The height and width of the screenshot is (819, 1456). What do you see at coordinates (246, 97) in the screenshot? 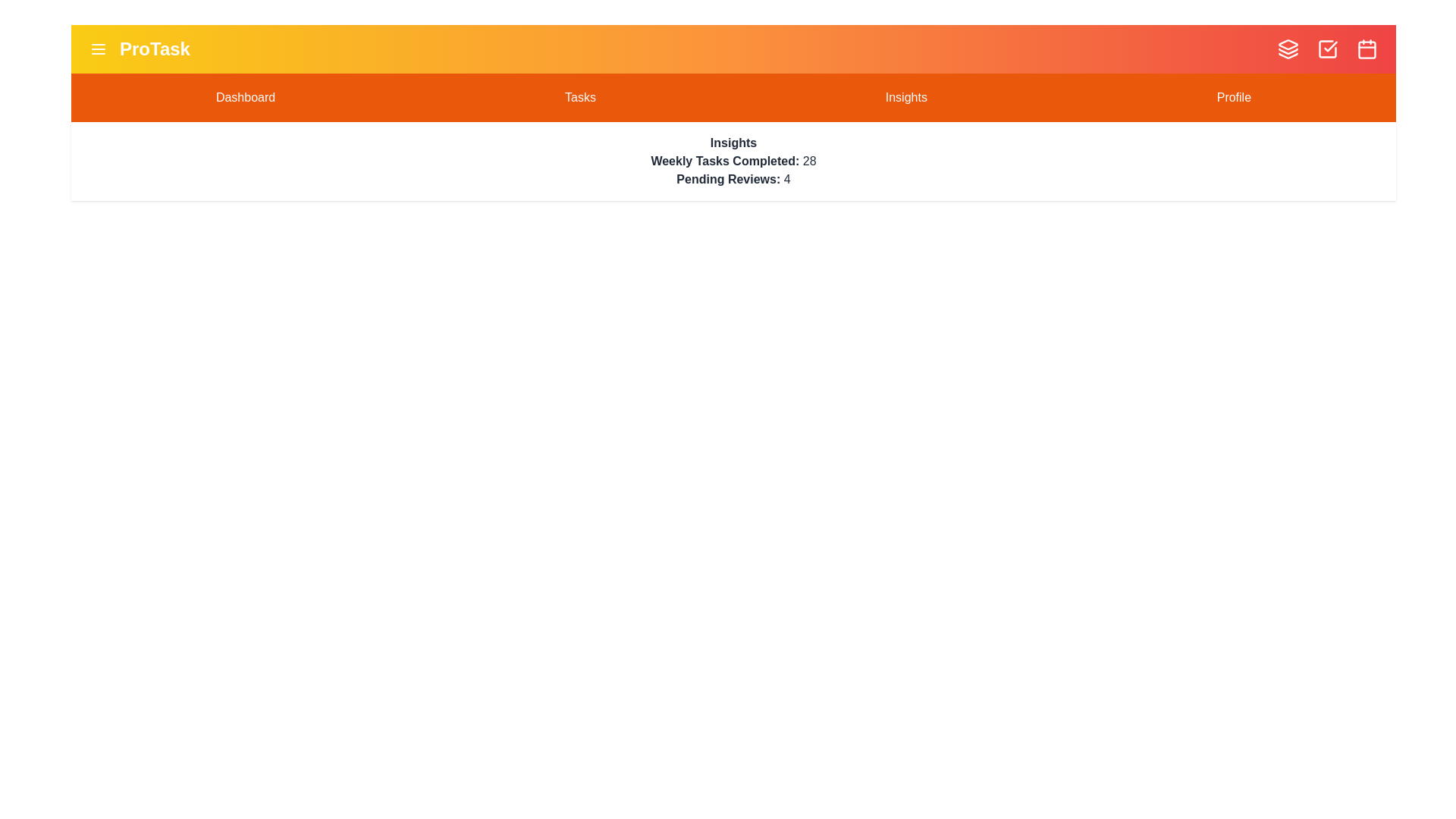
I see `the Dashboard section in the navigation bar` at bounding box center [246, 97].